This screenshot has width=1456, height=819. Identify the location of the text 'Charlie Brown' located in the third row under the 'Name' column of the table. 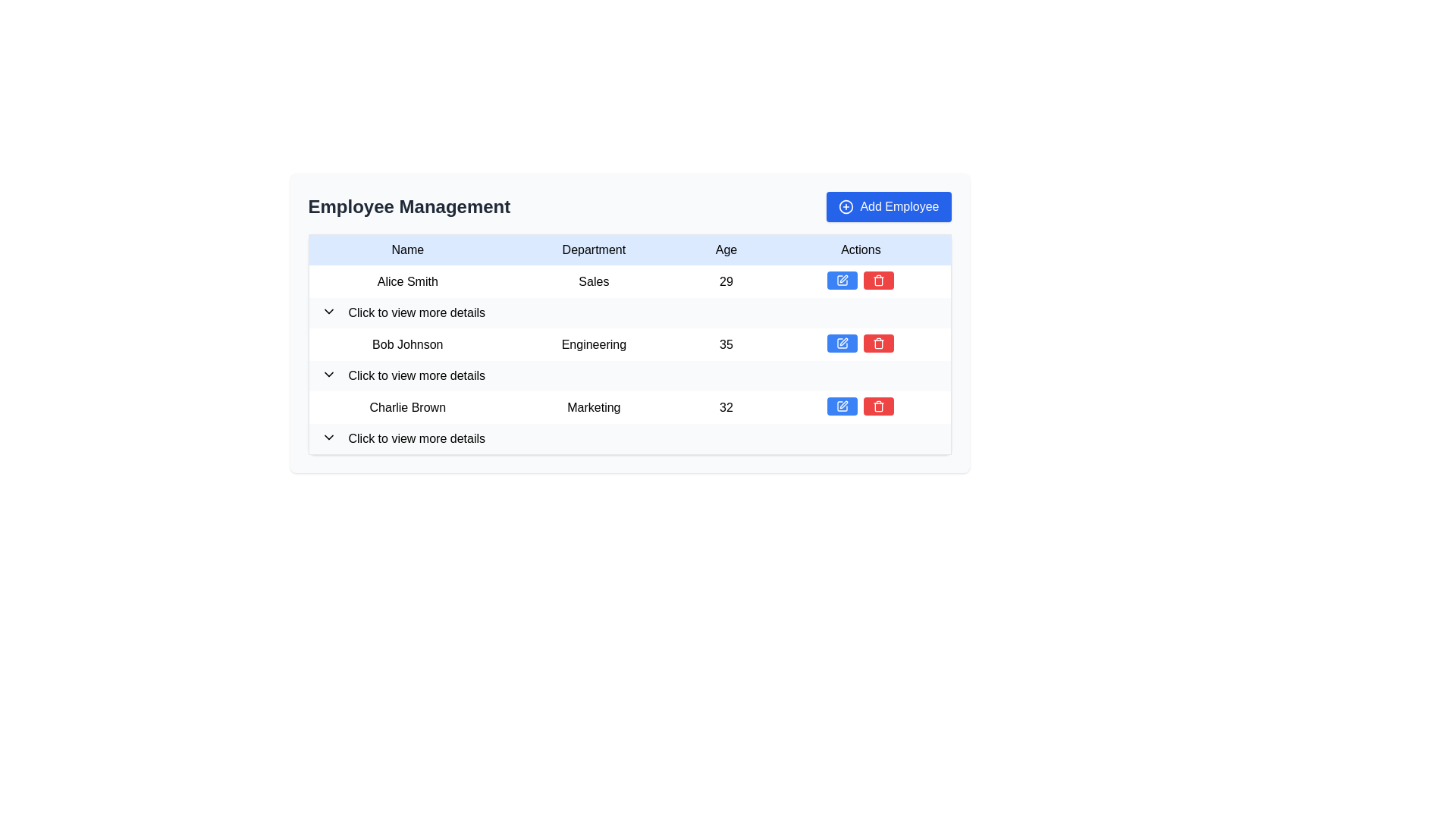
(407, 406).